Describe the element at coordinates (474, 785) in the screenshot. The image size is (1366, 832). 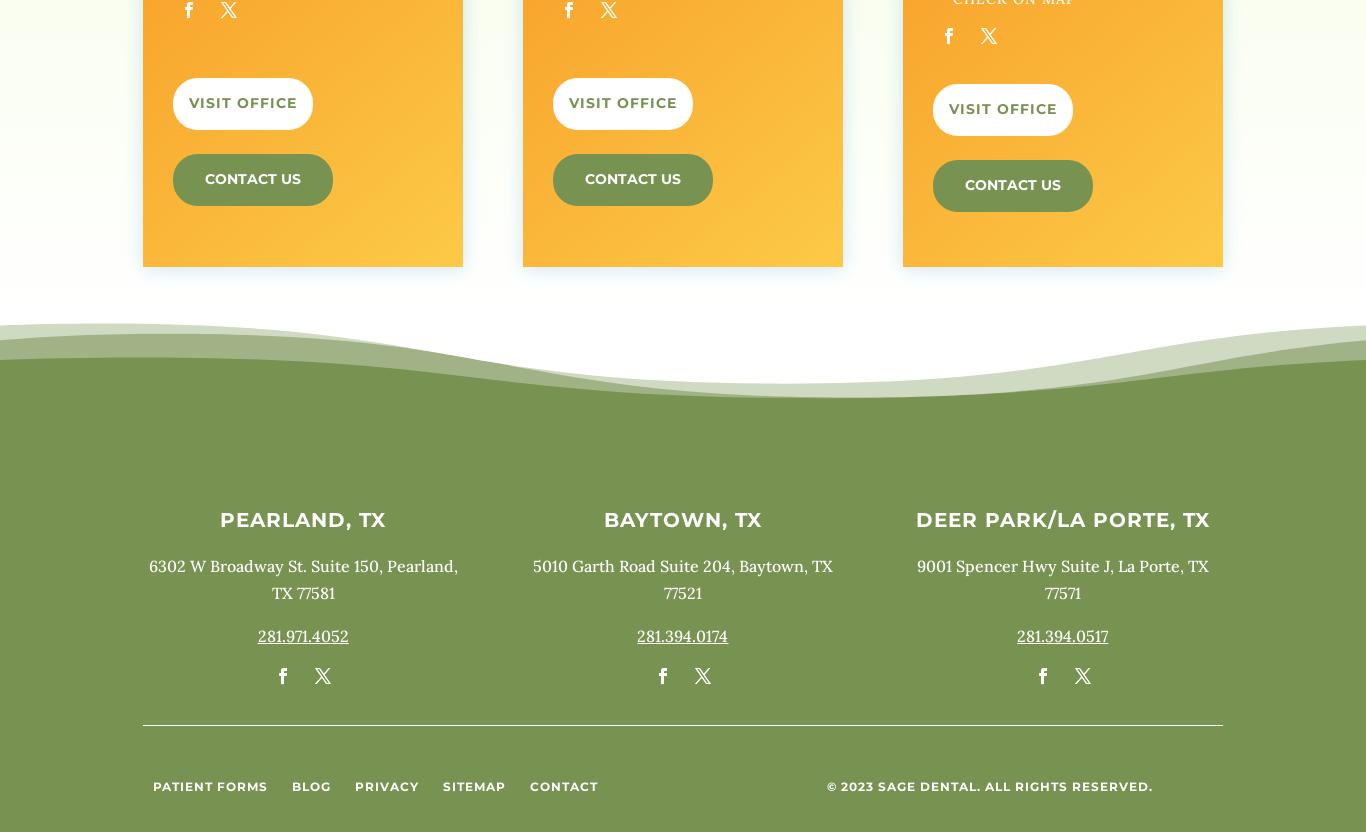
I see `'Sitemap'` at that location.